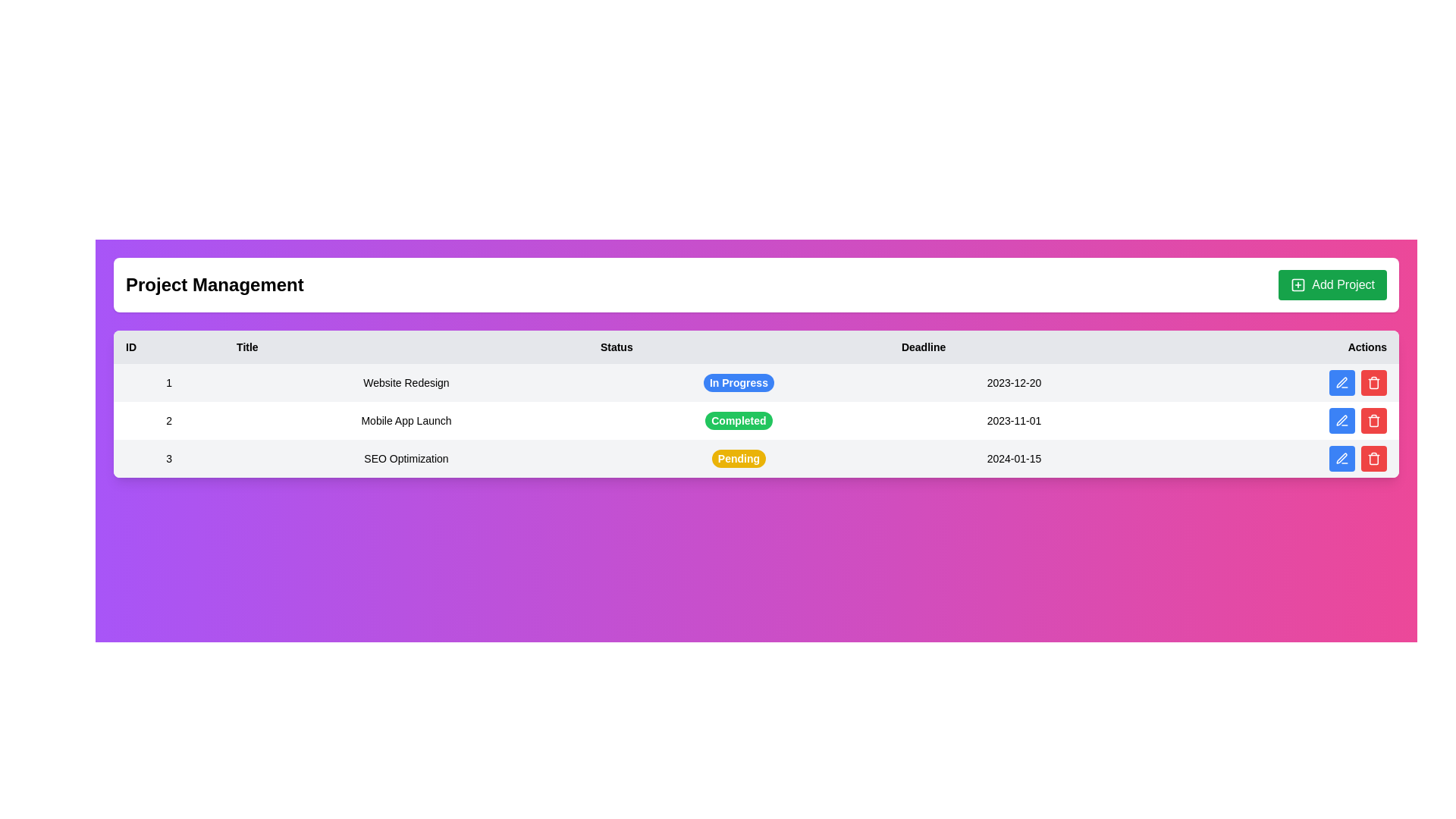  Describe the element at coordinates (1342, 458) in the screenshot. I see `the edit button located in the Actions column of the third row of the table` at that location.